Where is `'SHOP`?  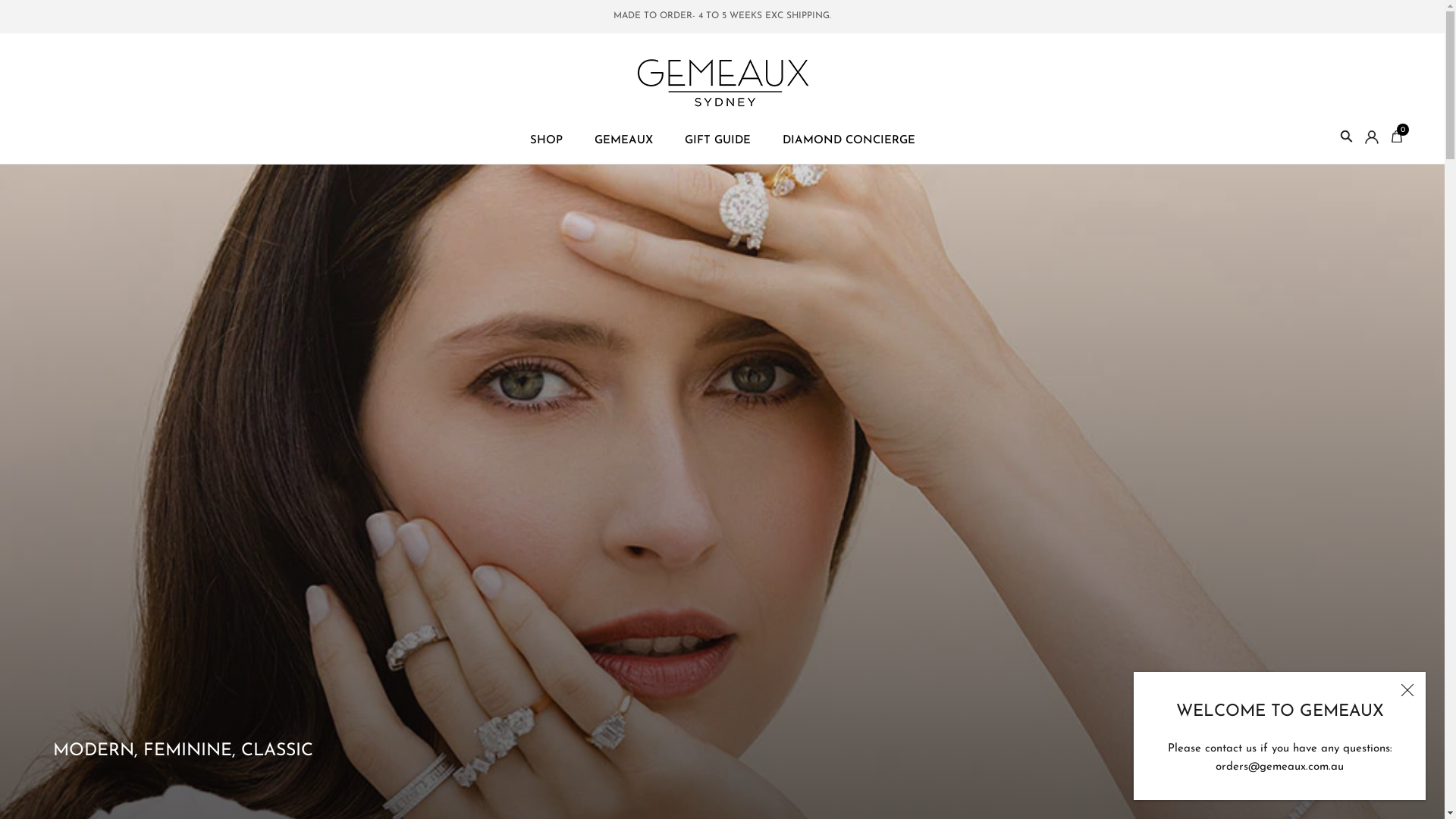
'SHOP is located at coordinates (545, 140).